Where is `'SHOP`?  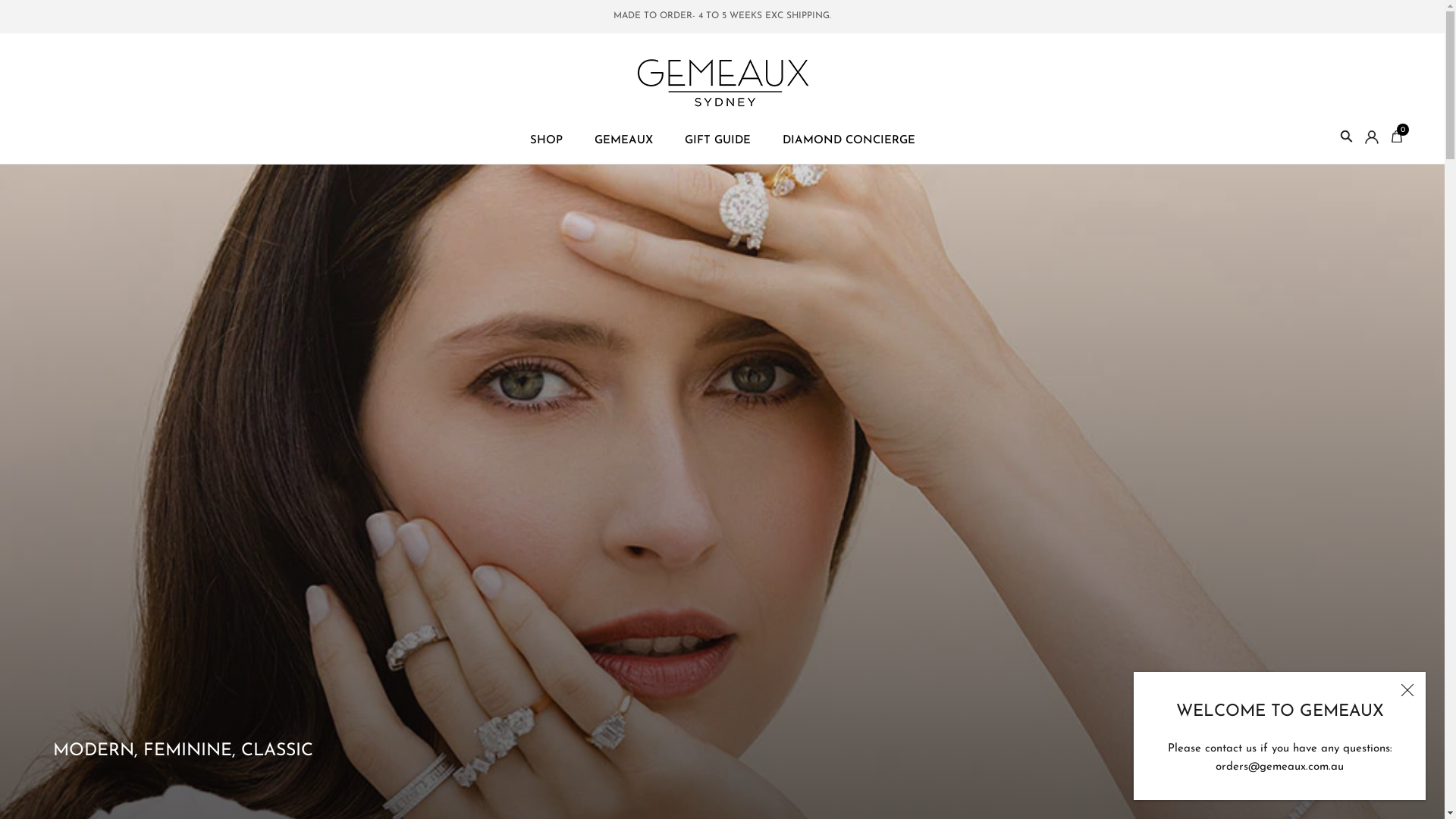
'SHOP is located at coordinates (545, 140).